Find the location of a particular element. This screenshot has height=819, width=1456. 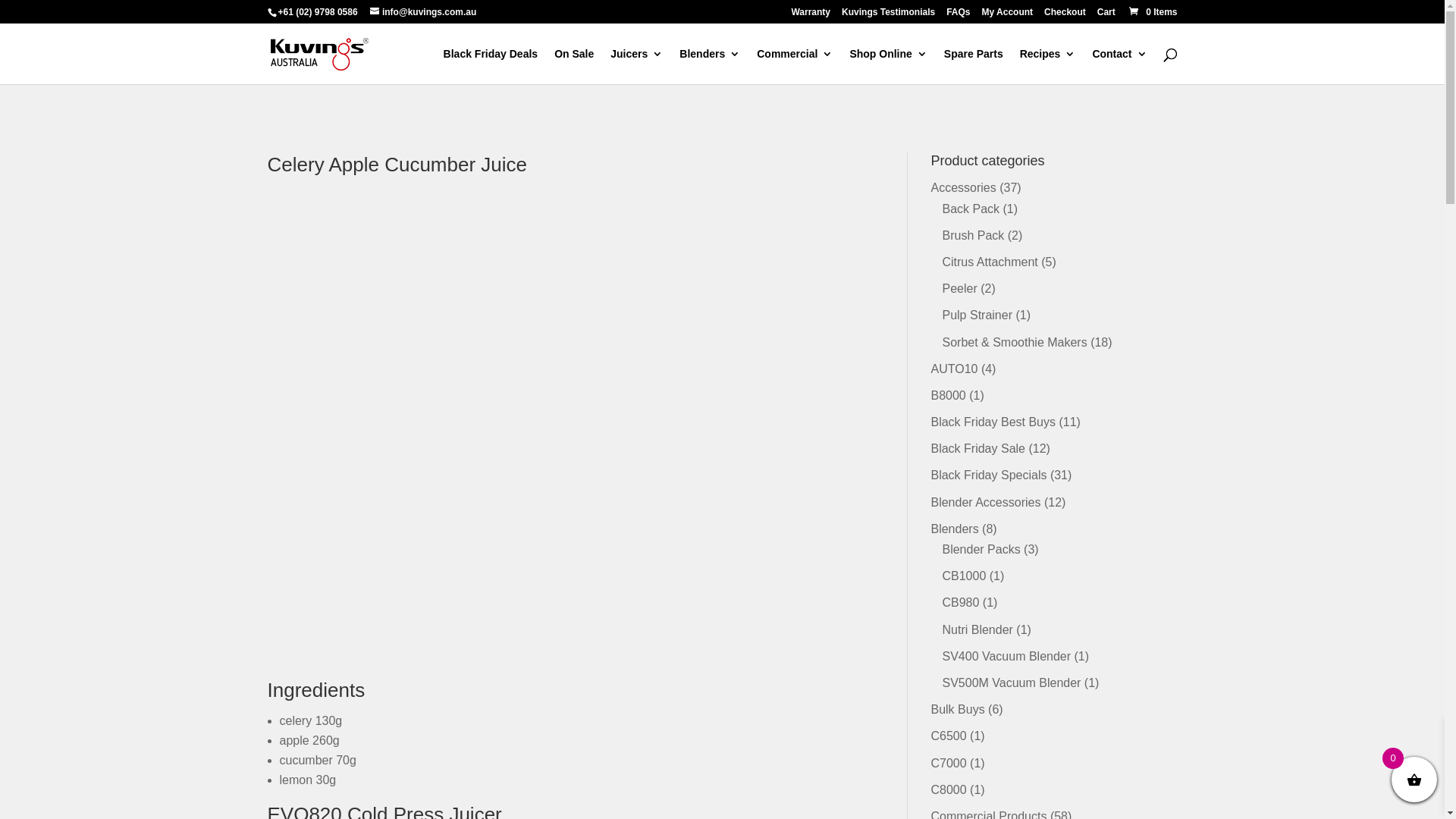

'Spare Parts' is located at coordinates (973, 65).